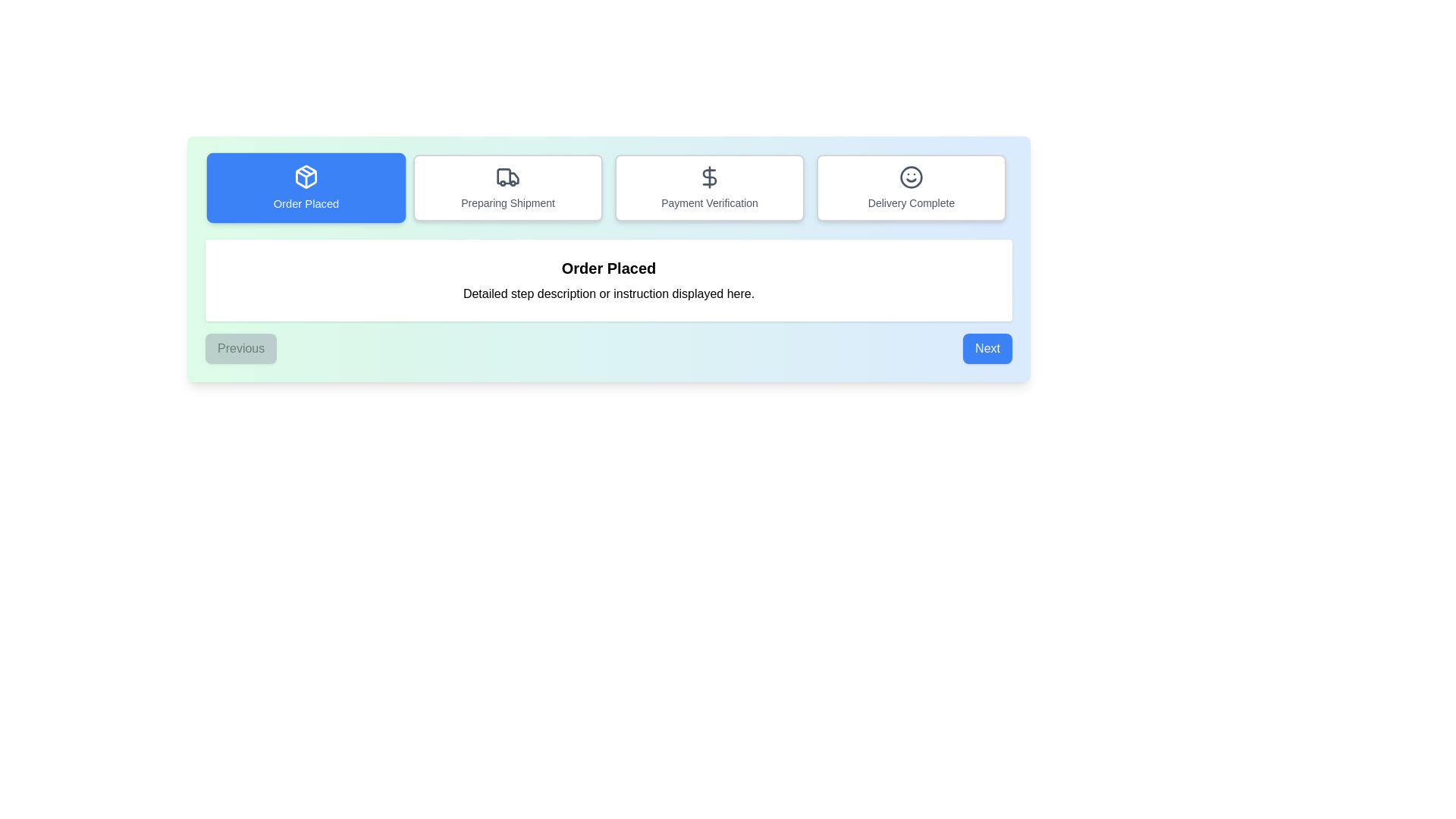  What do you see at coordinates (910, 187) in the screenshot?
I see `the step indicator corresponding to Delivery Complete to highlight it` at bounding box center [910, 187].